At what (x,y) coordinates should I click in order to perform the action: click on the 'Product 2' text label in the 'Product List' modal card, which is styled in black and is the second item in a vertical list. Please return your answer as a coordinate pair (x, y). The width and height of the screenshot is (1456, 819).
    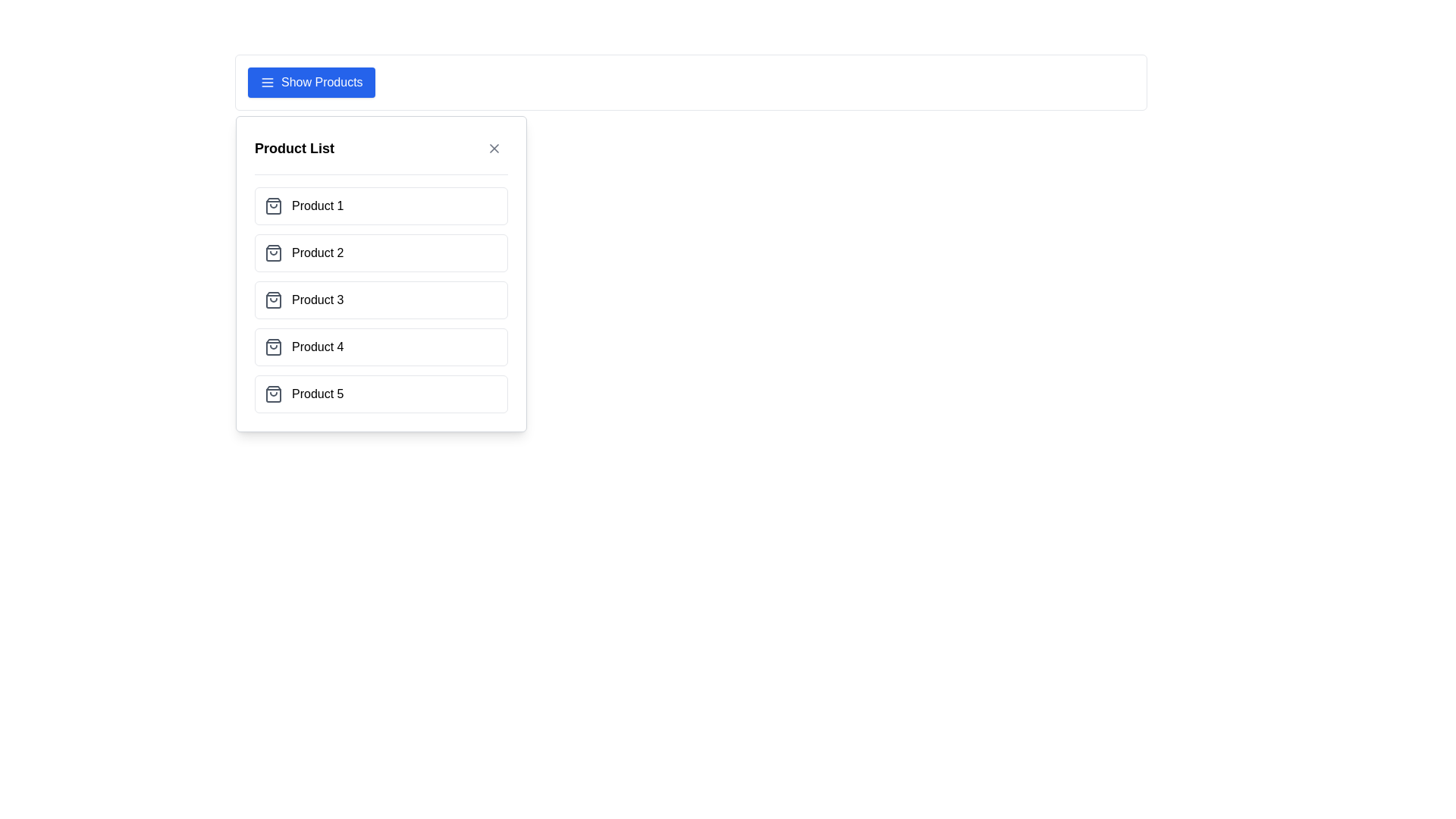
    Looking at the image, I should click on (317, 253).